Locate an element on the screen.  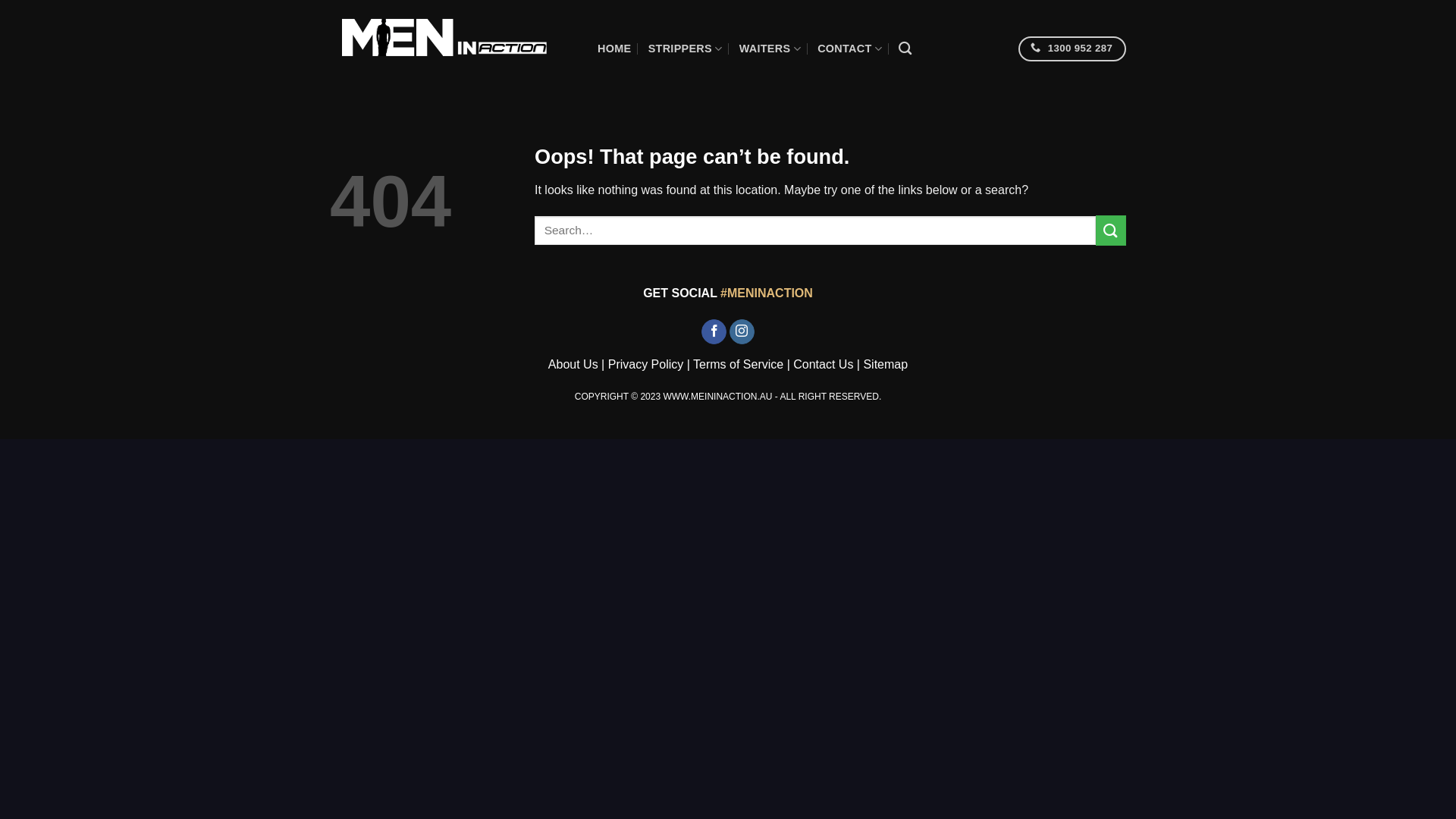
'HOME' is located at coordinates (614, 48).